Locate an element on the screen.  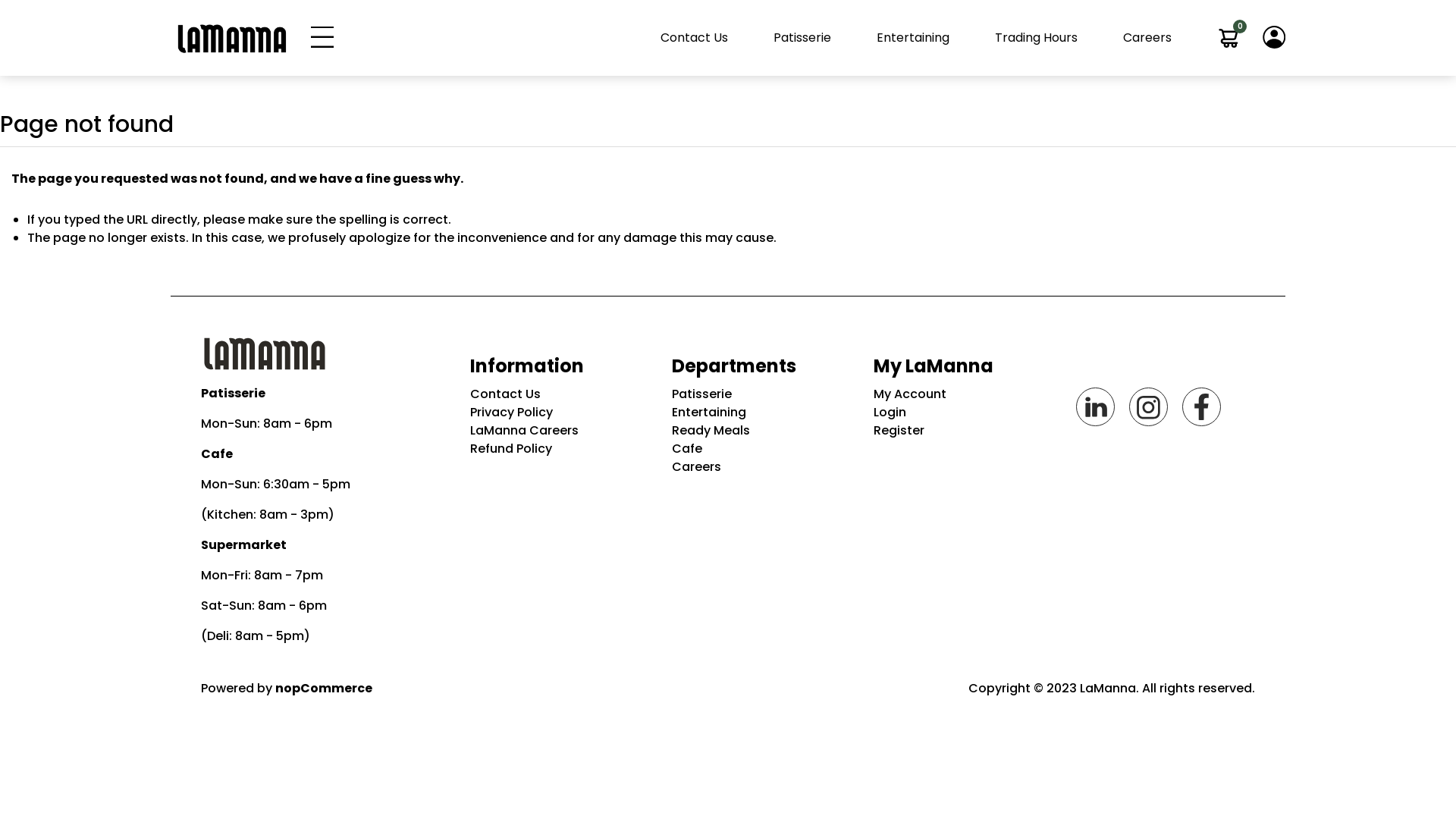
'Patisserie' is located at coordinates (801, 37).